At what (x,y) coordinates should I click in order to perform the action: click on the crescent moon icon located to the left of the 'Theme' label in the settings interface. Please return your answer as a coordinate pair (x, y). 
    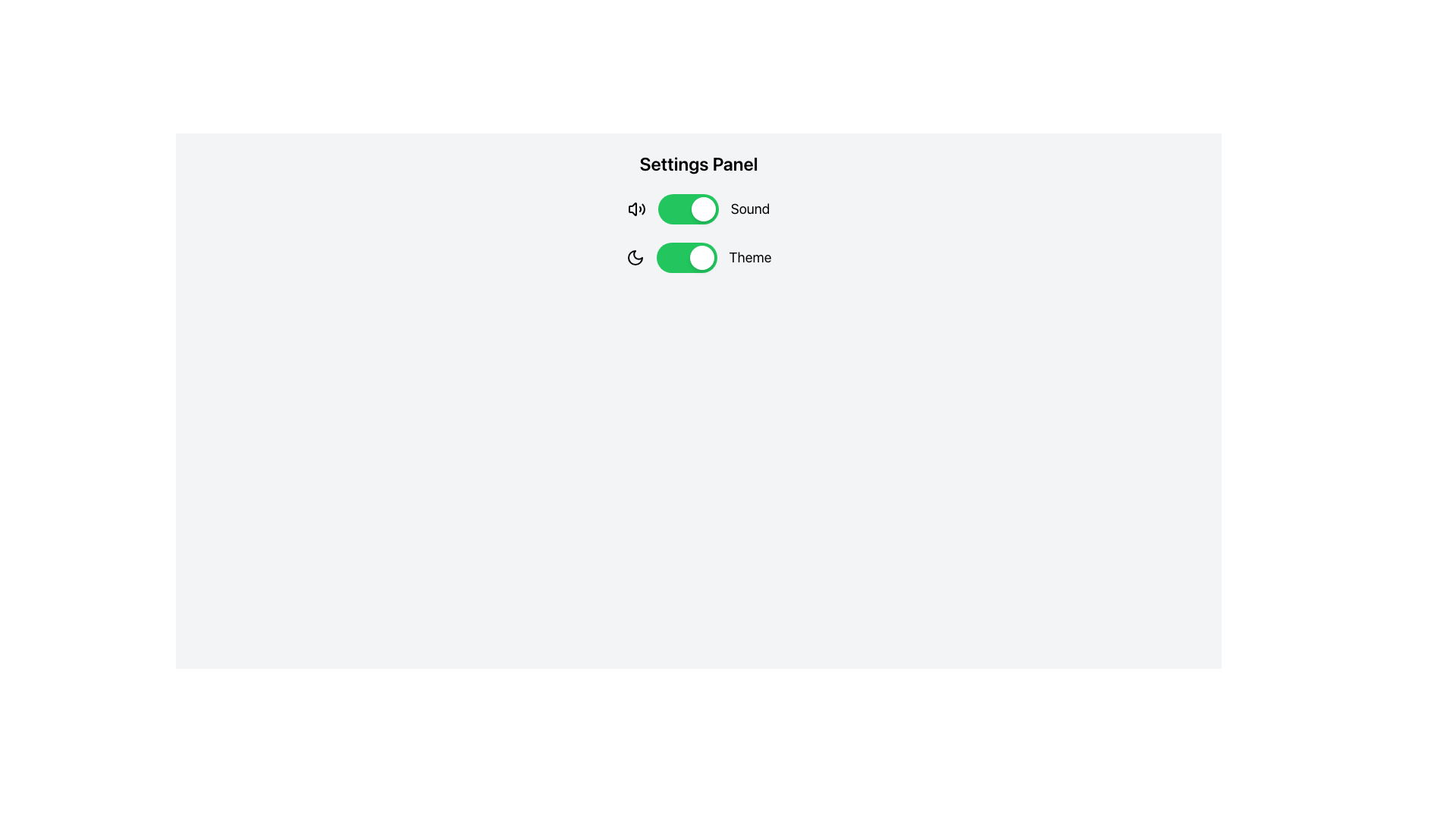
    Looking at the image, I should click on (635, 256).